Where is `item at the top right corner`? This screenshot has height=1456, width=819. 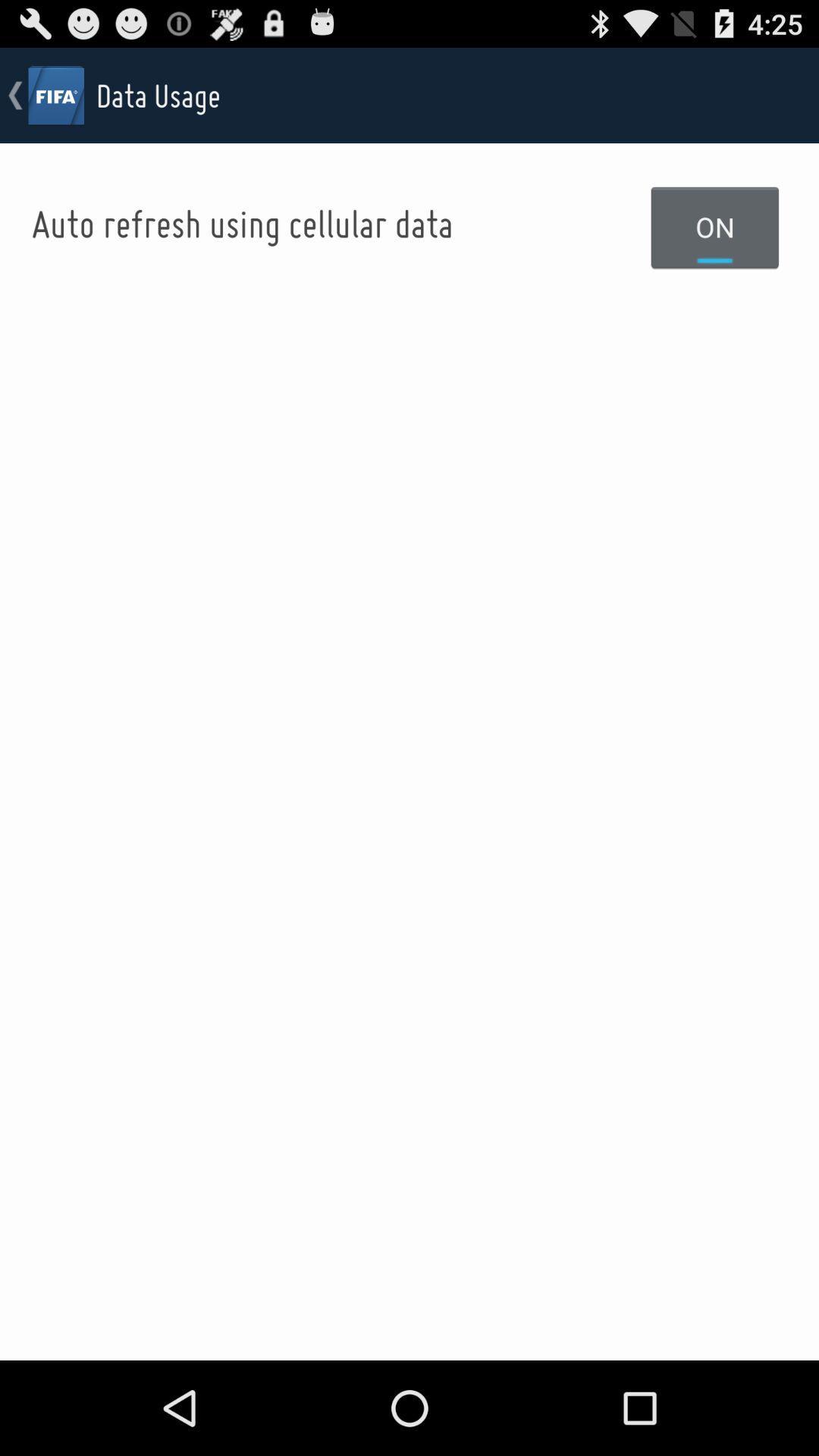
item at the top right corner is located at coordinates (715, 226).